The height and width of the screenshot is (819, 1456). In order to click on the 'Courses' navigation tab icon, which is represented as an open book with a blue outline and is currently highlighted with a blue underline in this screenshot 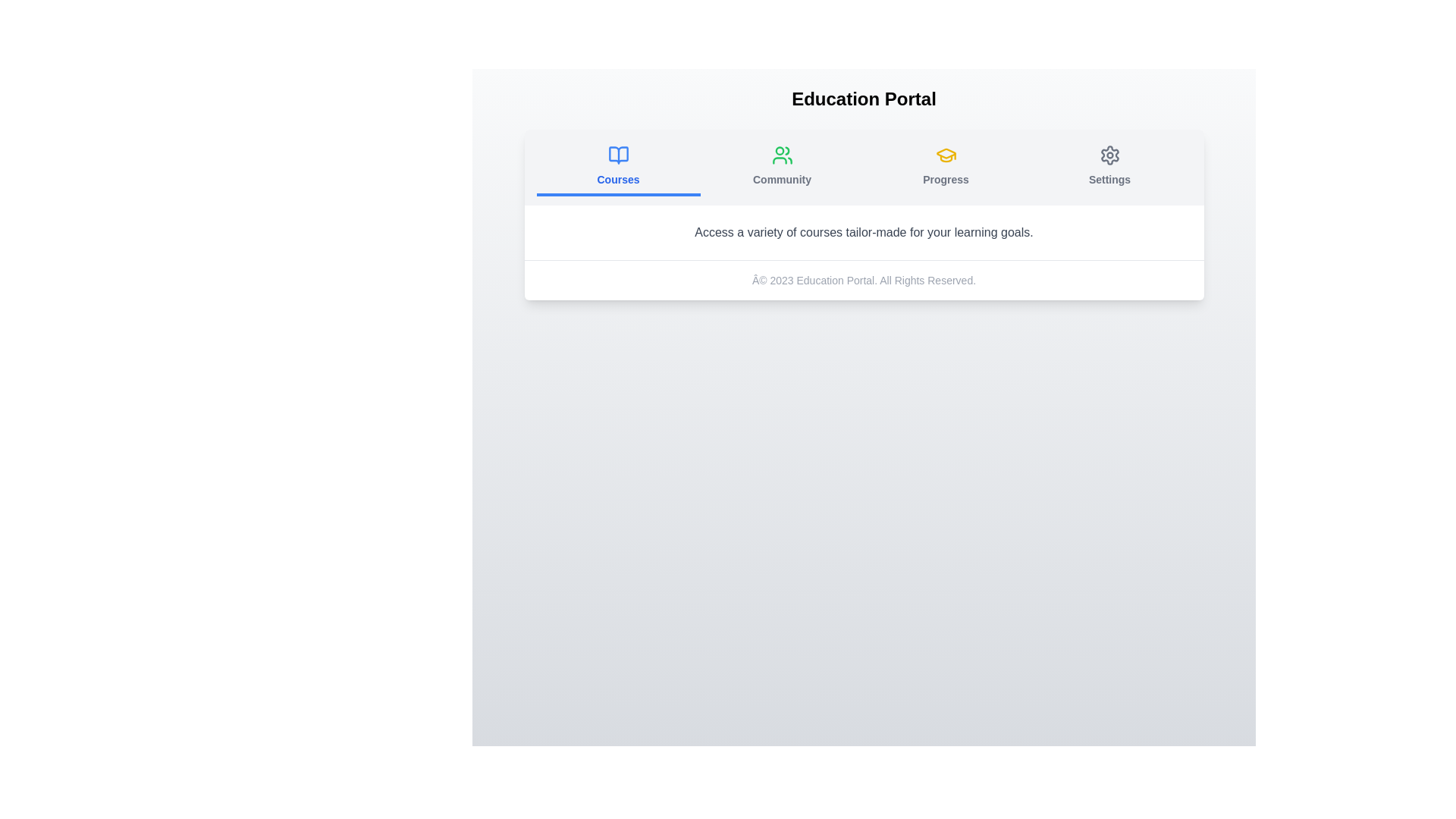, I will do `click(618, 155)`.